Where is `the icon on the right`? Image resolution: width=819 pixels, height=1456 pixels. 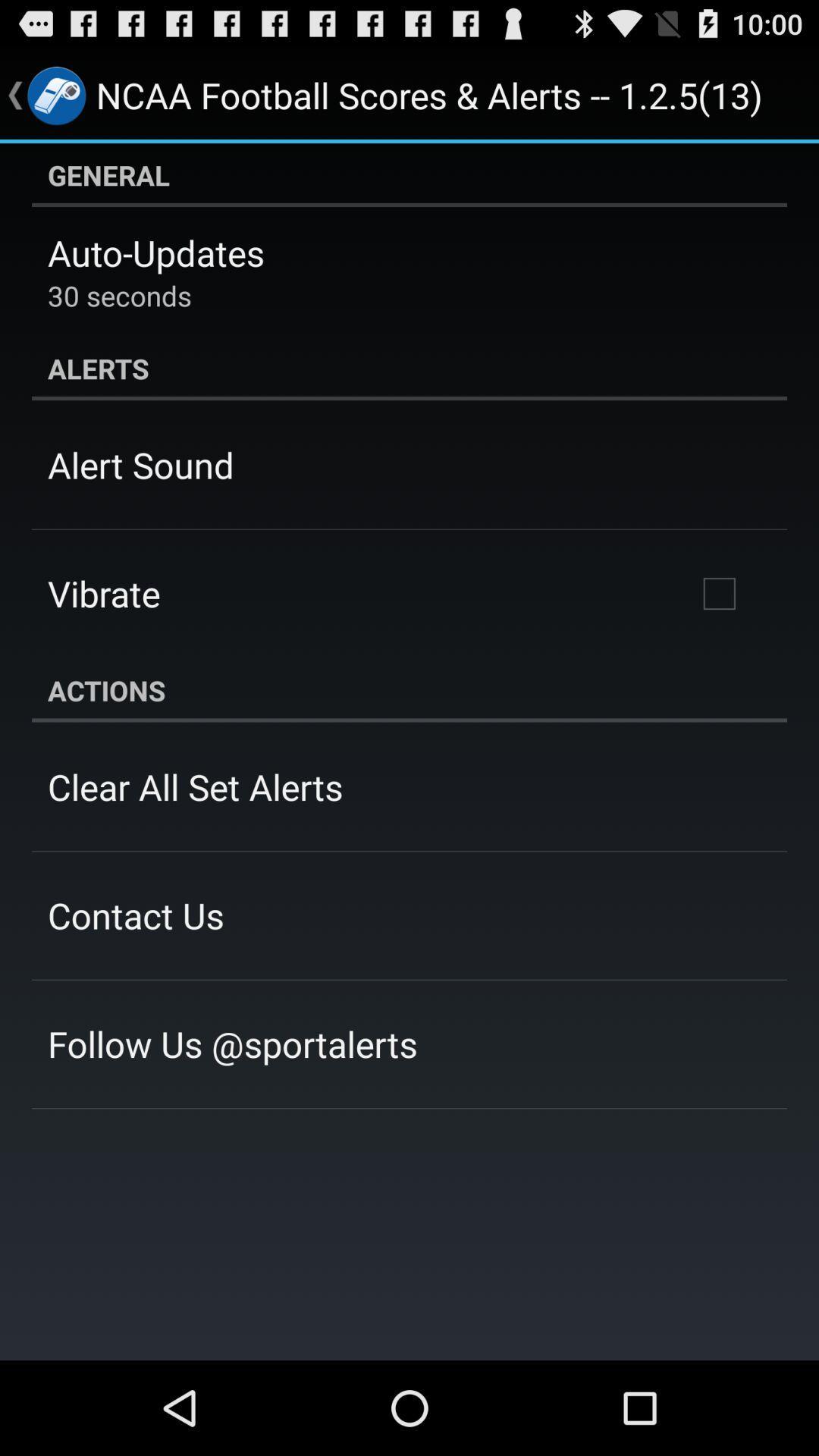 the icon on the right is located at coordinates (718, 592).